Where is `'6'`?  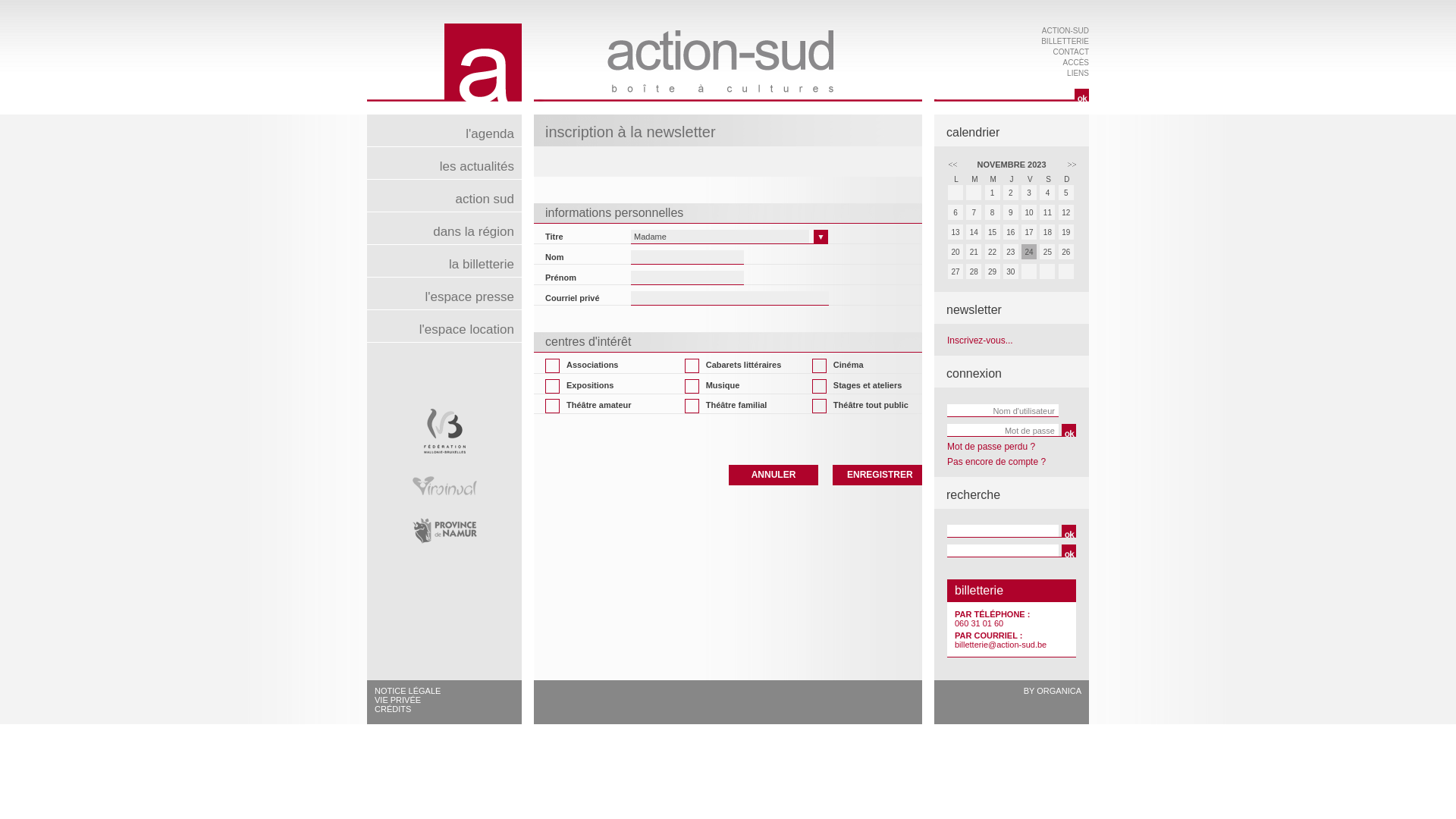
'6' is located at coordinates (946, 212).